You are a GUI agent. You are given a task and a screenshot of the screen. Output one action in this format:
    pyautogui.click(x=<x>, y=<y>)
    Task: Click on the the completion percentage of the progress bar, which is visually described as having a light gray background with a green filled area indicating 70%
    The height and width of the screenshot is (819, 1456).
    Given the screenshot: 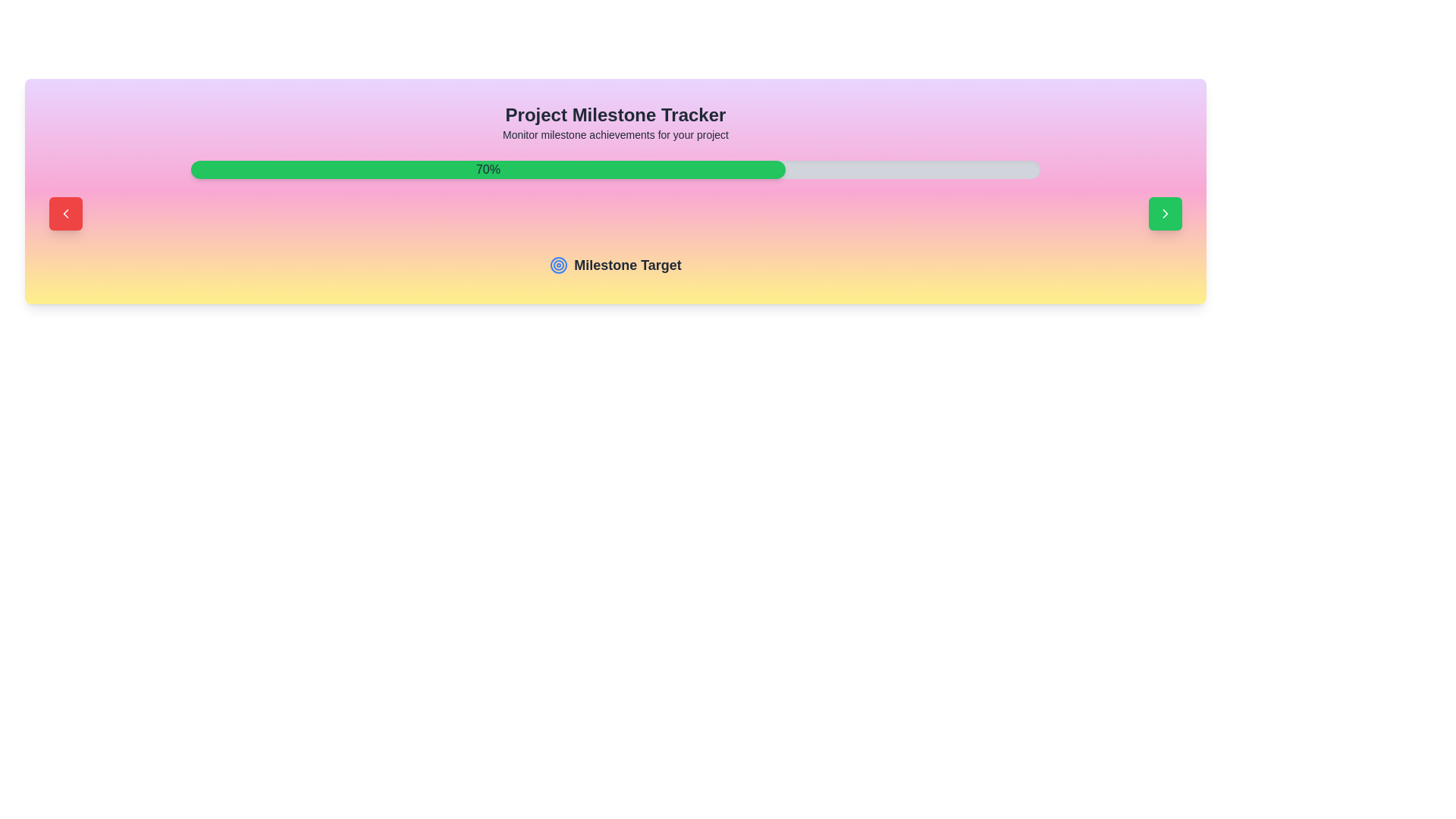 What is the action you would take?
    pyautogui.click(x=615, y=169)
    